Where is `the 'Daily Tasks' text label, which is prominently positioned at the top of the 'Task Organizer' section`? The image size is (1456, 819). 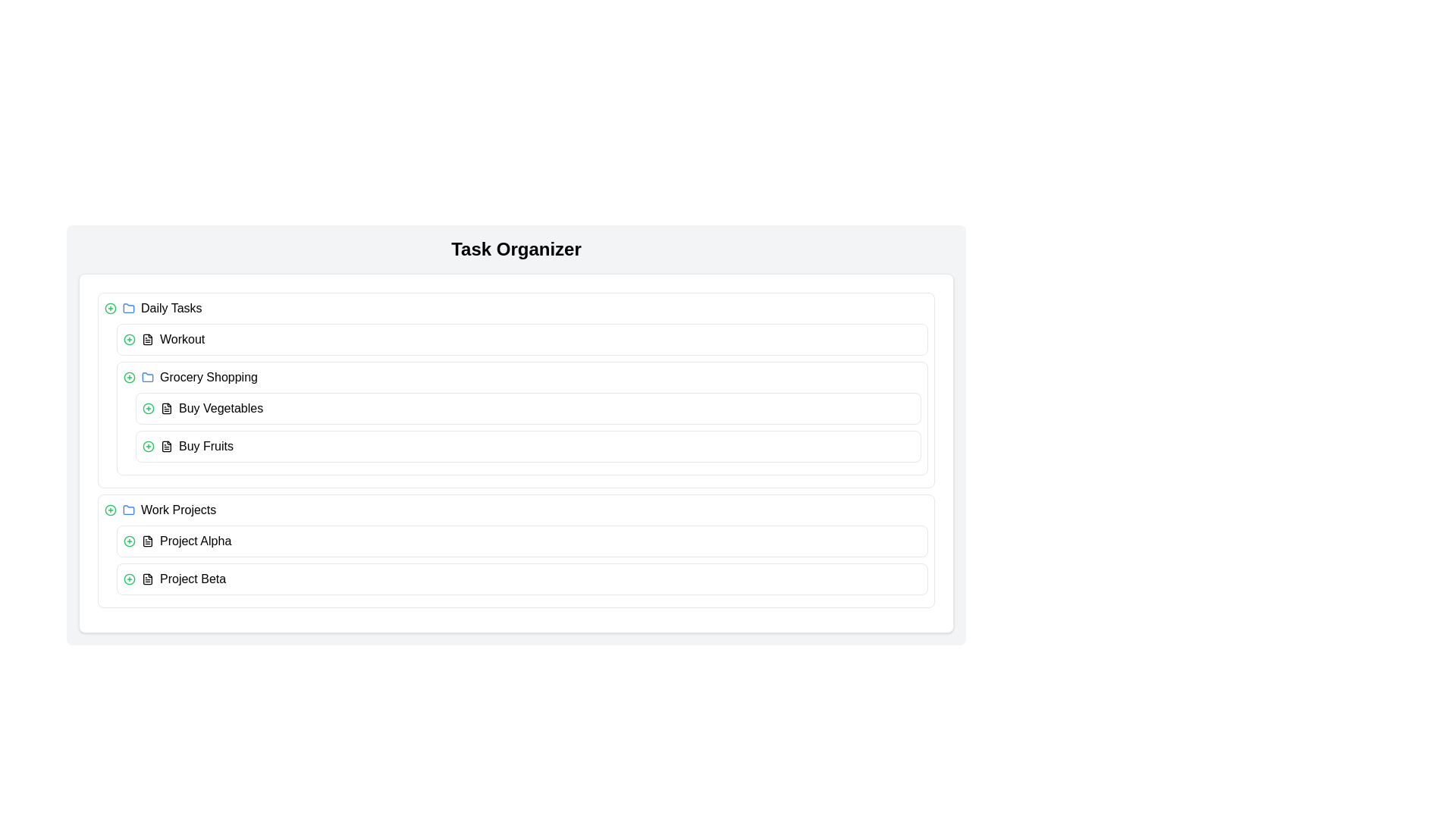 the 'Daily Tasks' text label, which is prominently positioned at the top of the 'Task Organizer' section is located at coordinates (171, 308).